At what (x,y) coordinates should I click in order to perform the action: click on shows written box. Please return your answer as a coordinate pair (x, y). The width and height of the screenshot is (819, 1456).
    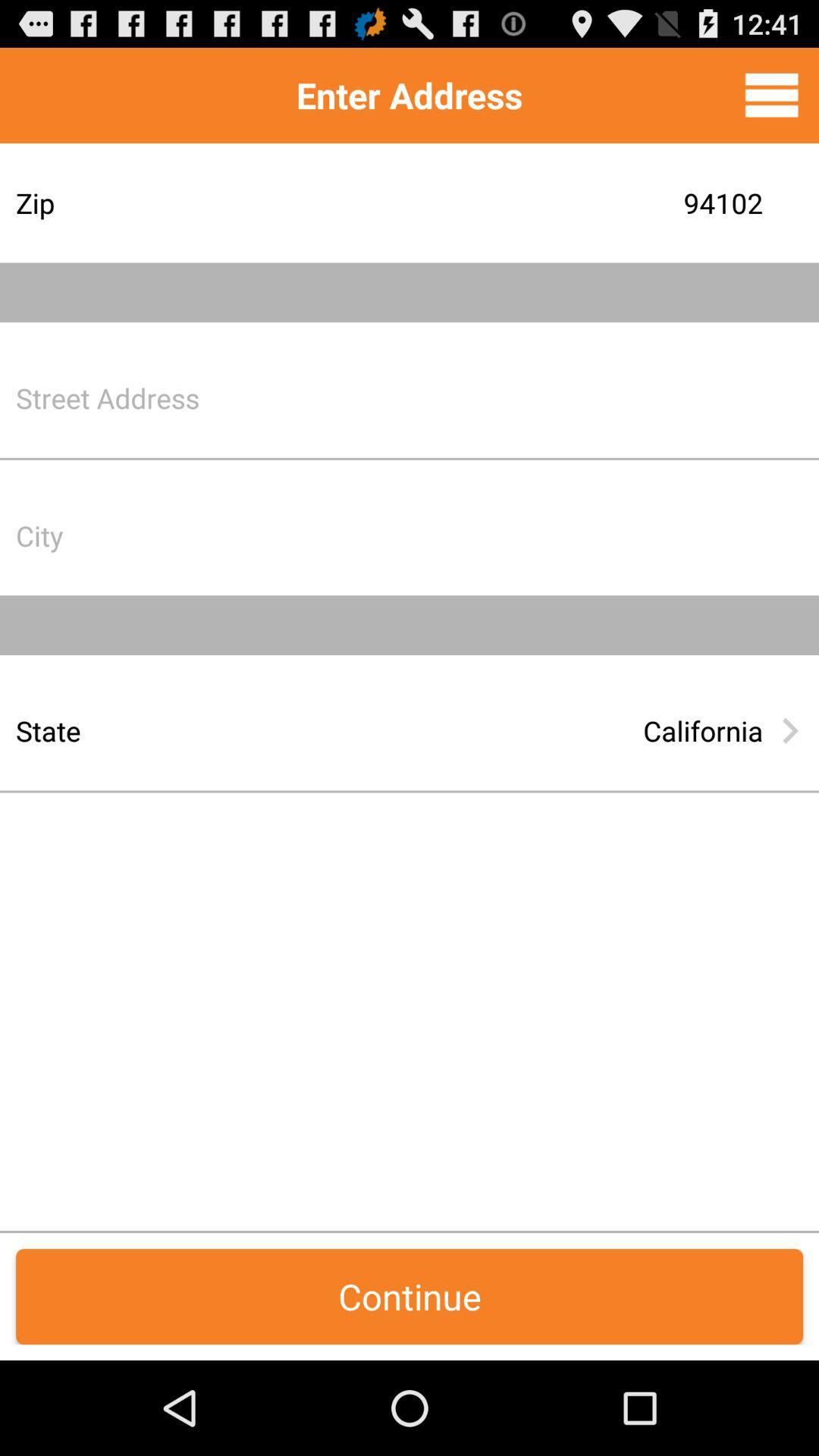
    Looking at the image, I should click on (526, 535).